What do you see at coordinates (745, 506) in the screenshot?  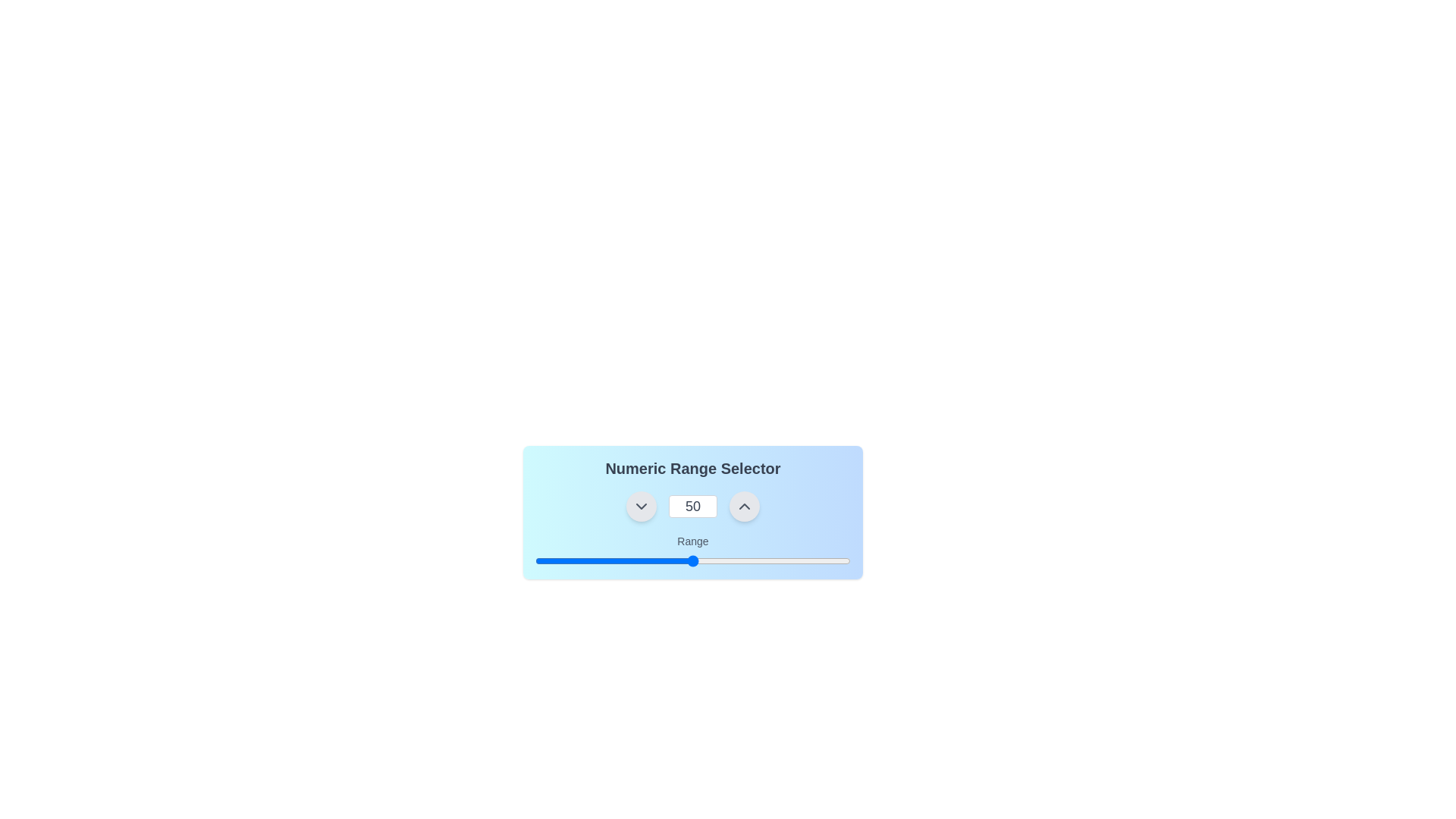 I see `the upward-pointing triangular icon within the circular button located near the top-right corner of the numerical input field to increment the number` at bounding box center [745, 506].